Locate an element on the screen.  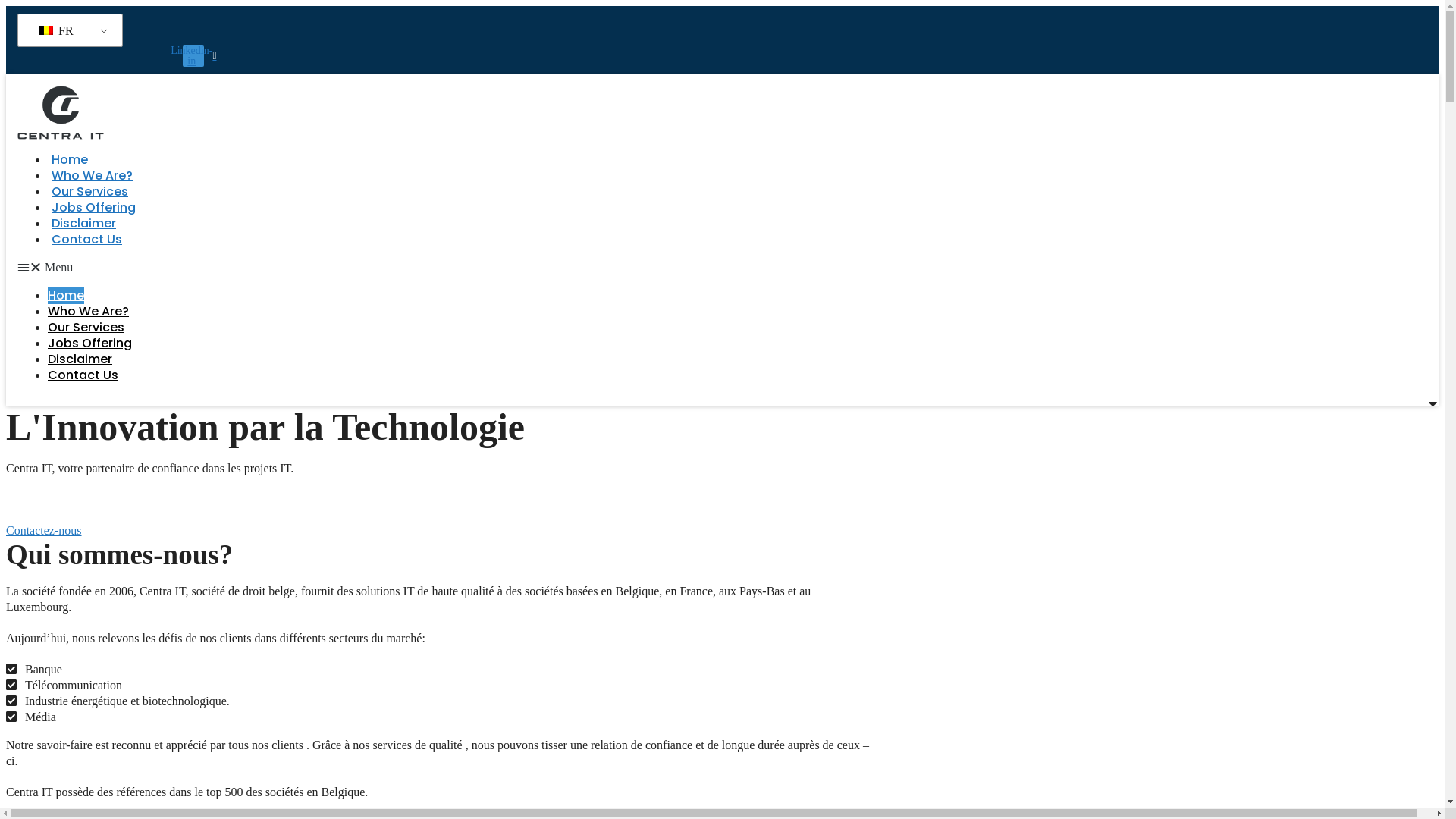
'Home' is located at coordinates (68, 159).